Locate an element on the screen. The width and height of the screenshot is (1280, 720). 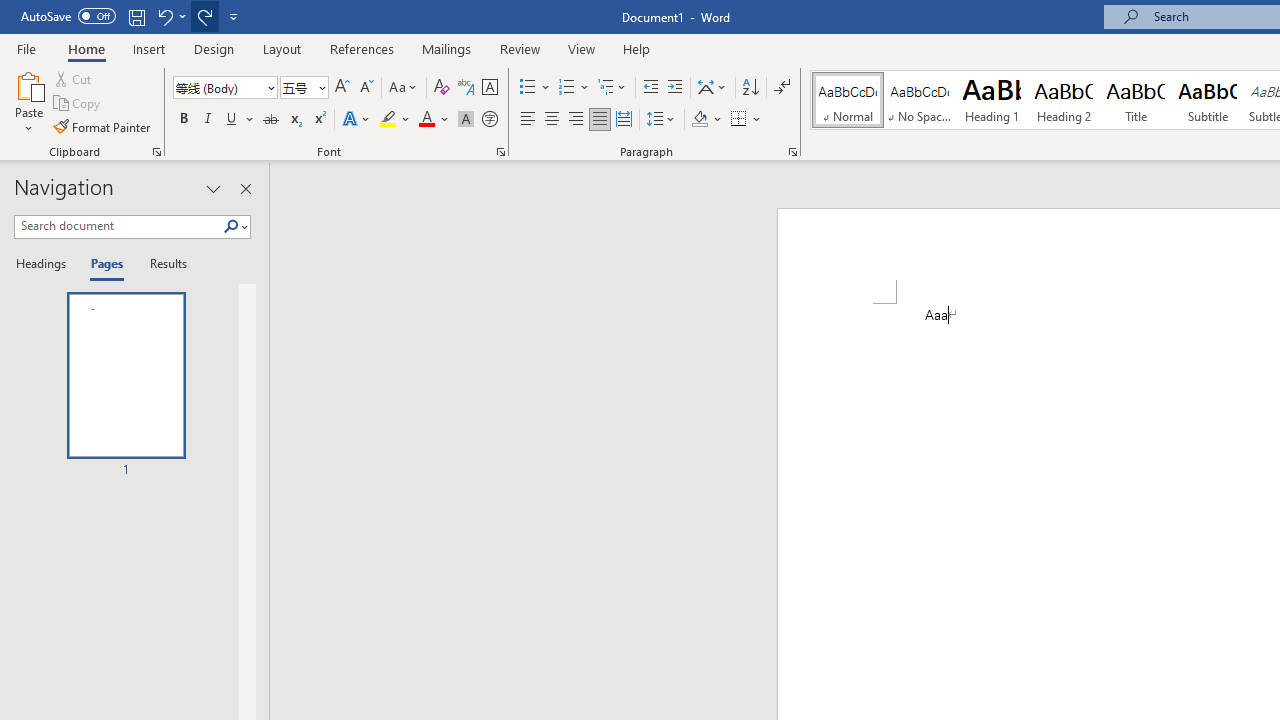
'Font' is located at coordinates (225, 86).